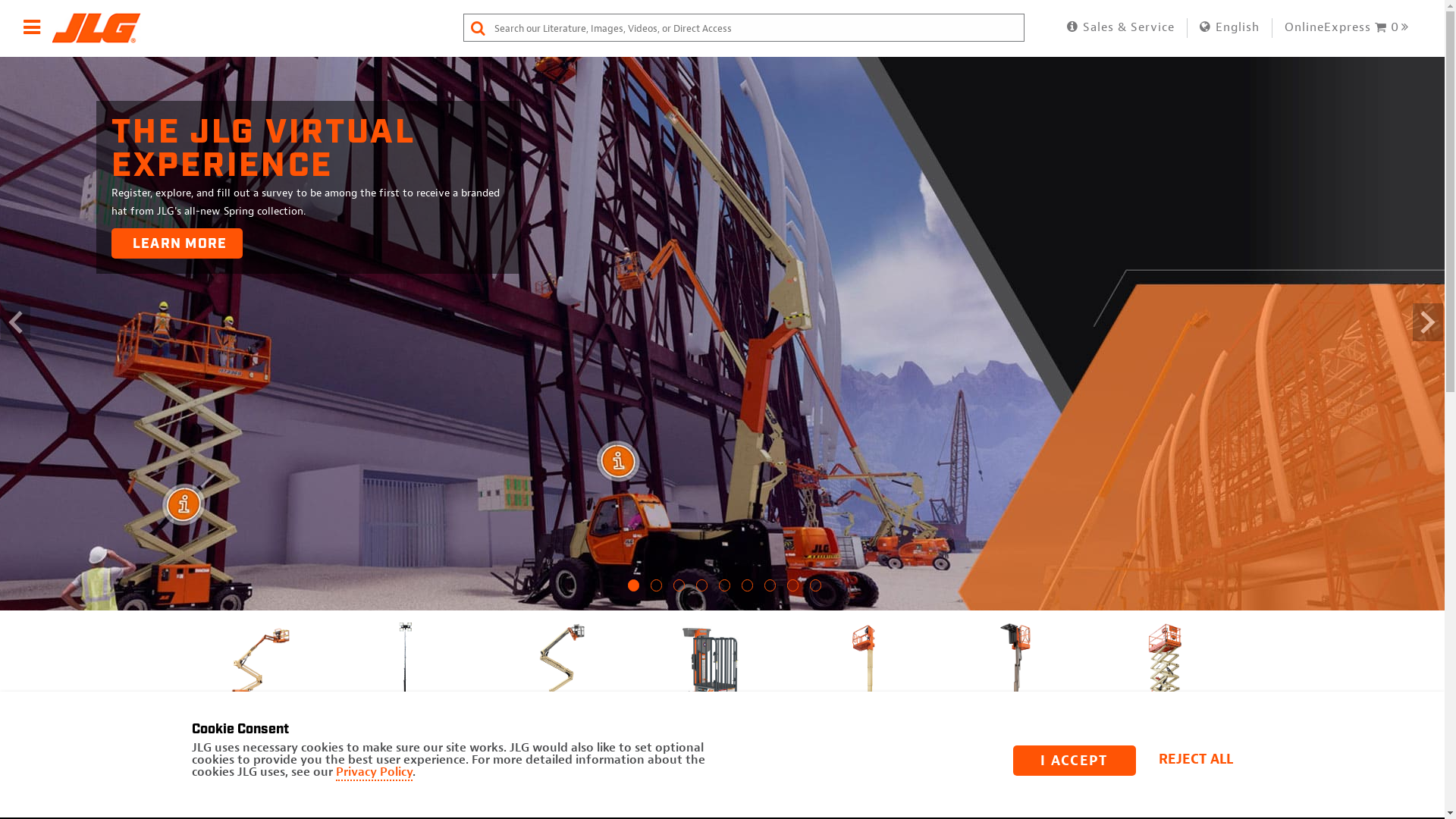 The height and width of the screenshot is (819, 1456). Describe the element at coordinates (678, 590) in the screenshot. I see `'3'` at that location.